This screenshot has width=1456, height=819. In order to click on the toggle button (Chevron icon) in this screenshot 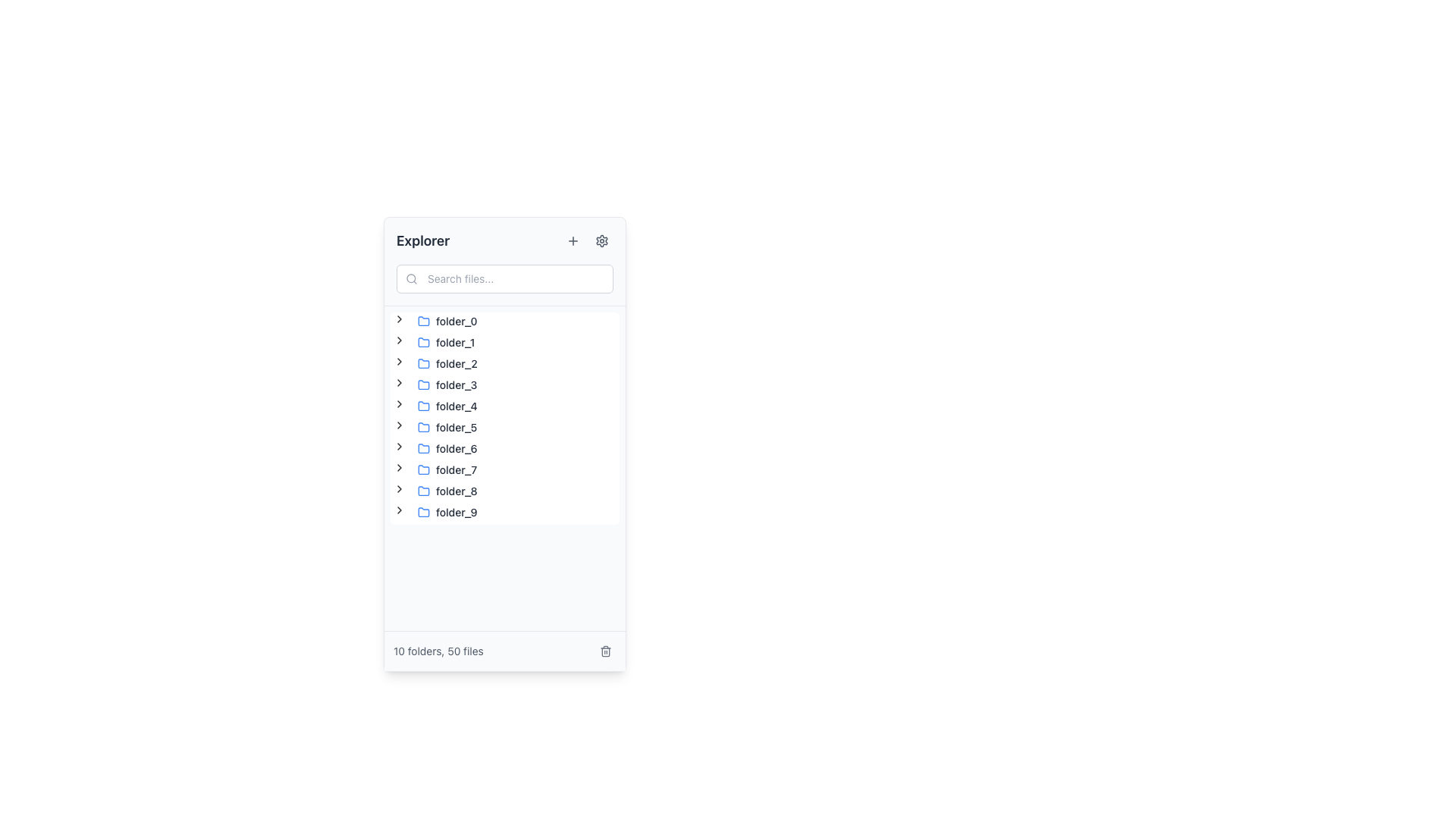, I will do `click(400, 425)`.